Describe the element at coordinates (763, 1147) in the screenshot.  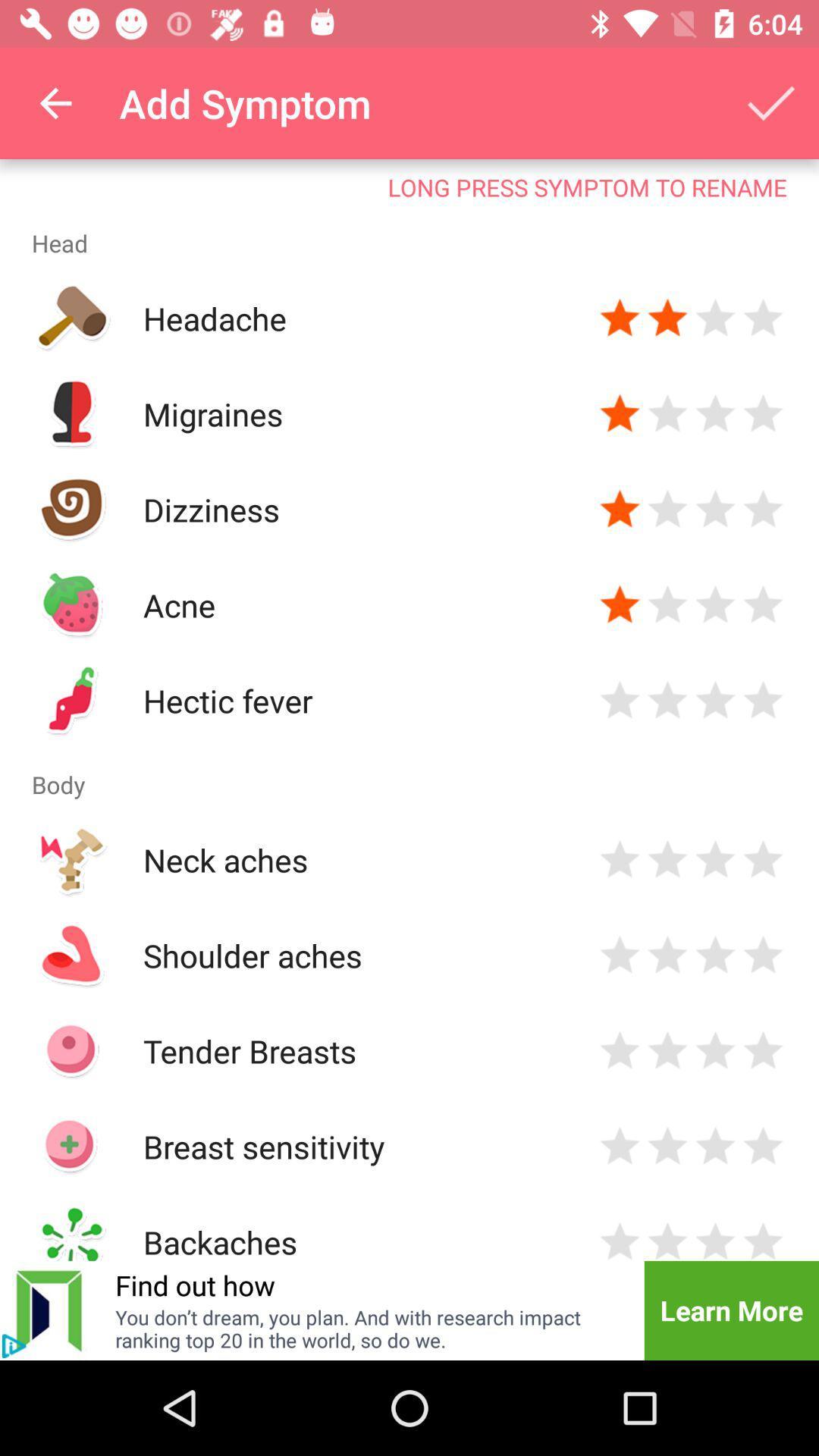
I see `rate the level of symptom` at that location.